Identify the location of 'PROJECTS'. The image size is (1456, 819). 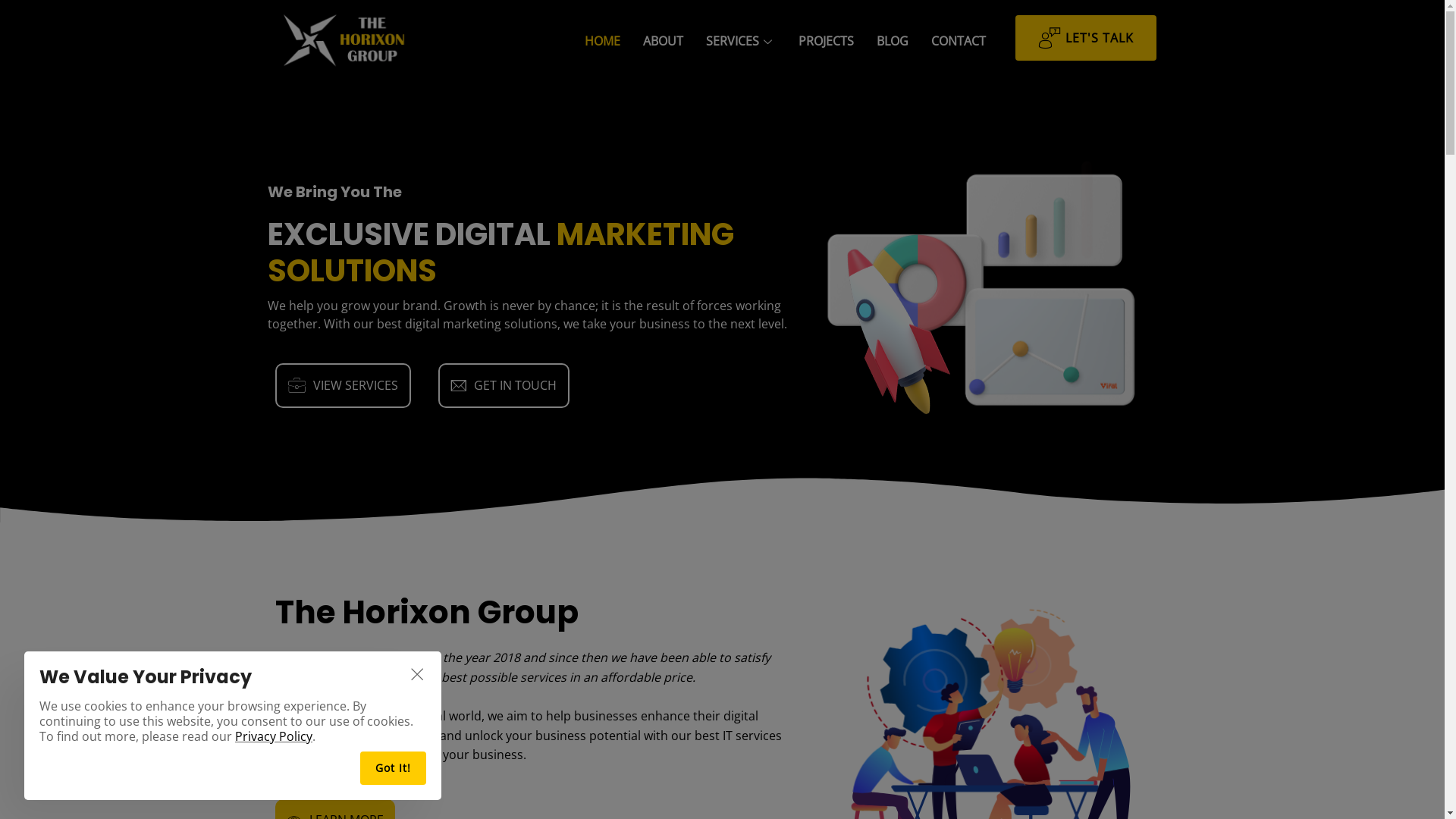
(825, 40).